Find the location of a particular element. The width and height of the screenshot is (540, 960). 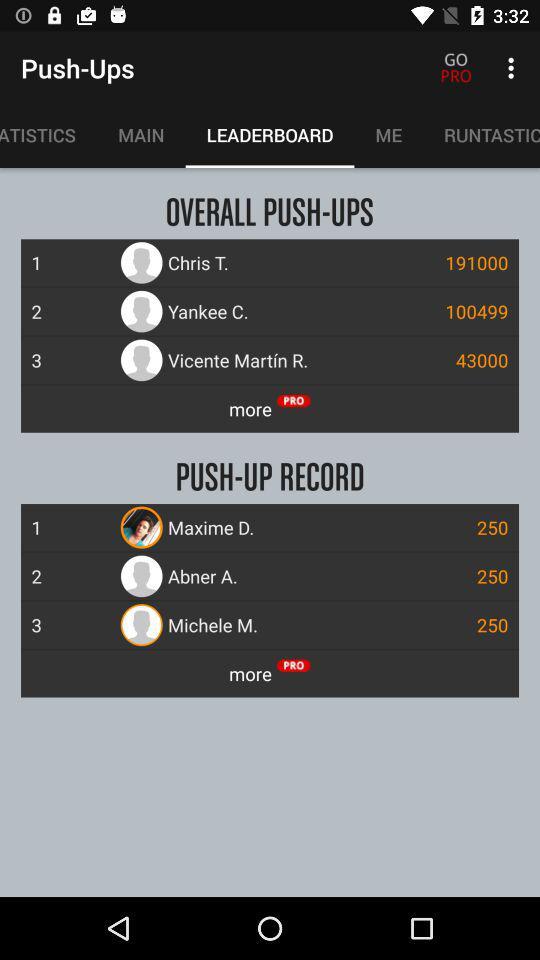

runtastic apps item is located at coordinates (480, 134).